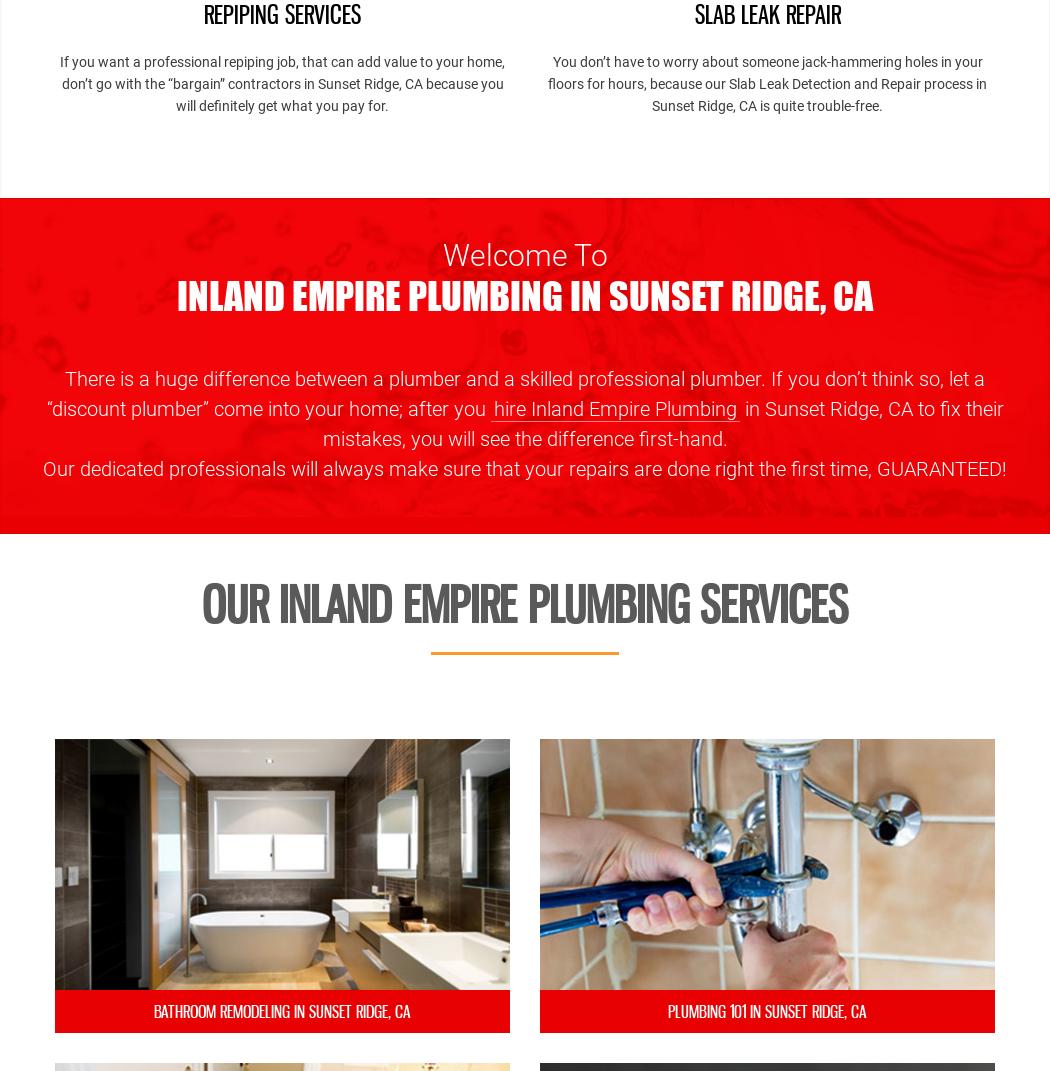 This screenshot has height=1071, width=1050. I want to click on 'hire Inland Empire Plumbing', so click(491, 408).